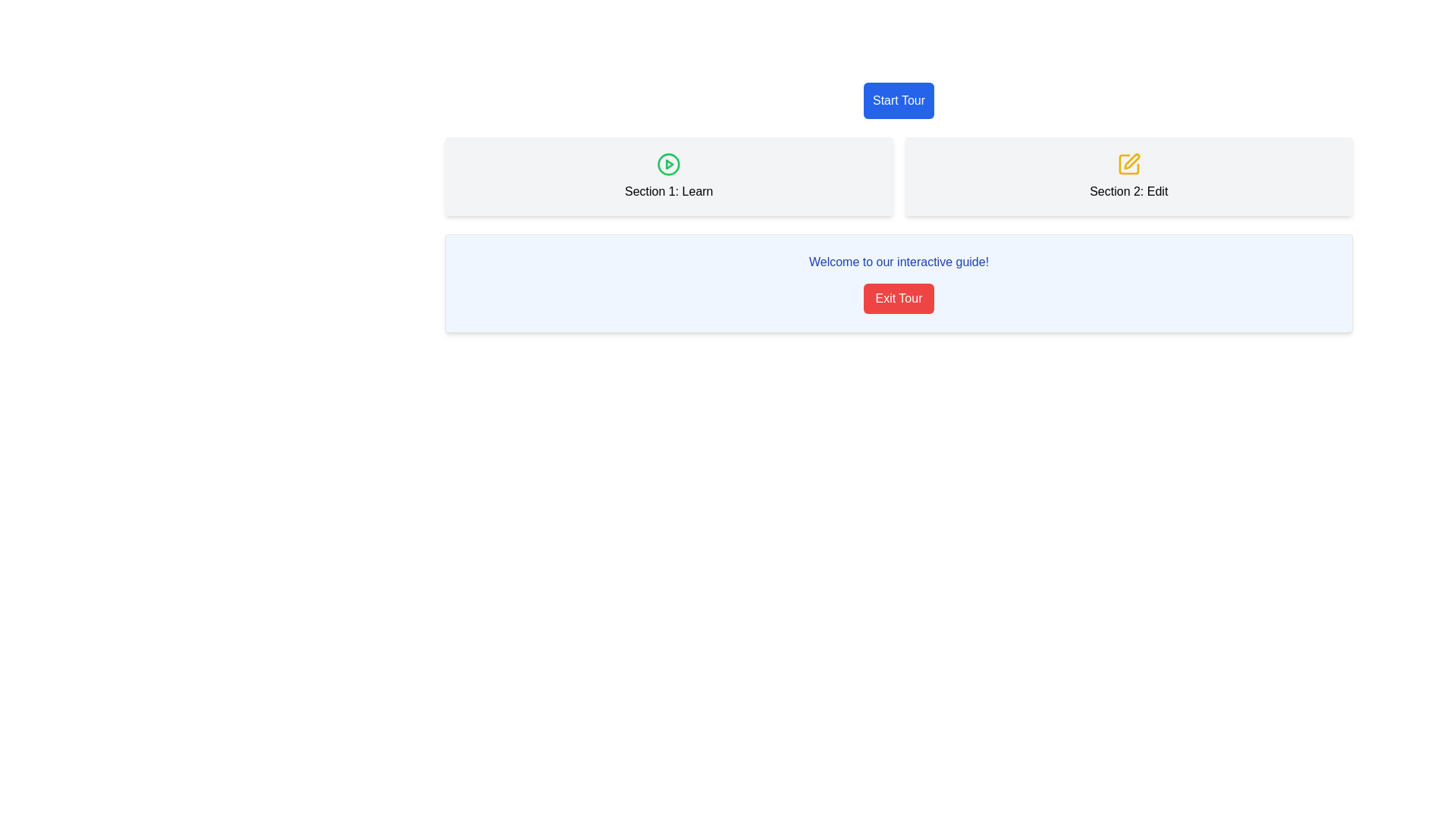  Describe the element at coordinates (1128, 191) in the screenshot. I see `the text label 'Section 2: Edit', which identifies the editing feature in the UI and is located below the yellow pencil icon` at that location.